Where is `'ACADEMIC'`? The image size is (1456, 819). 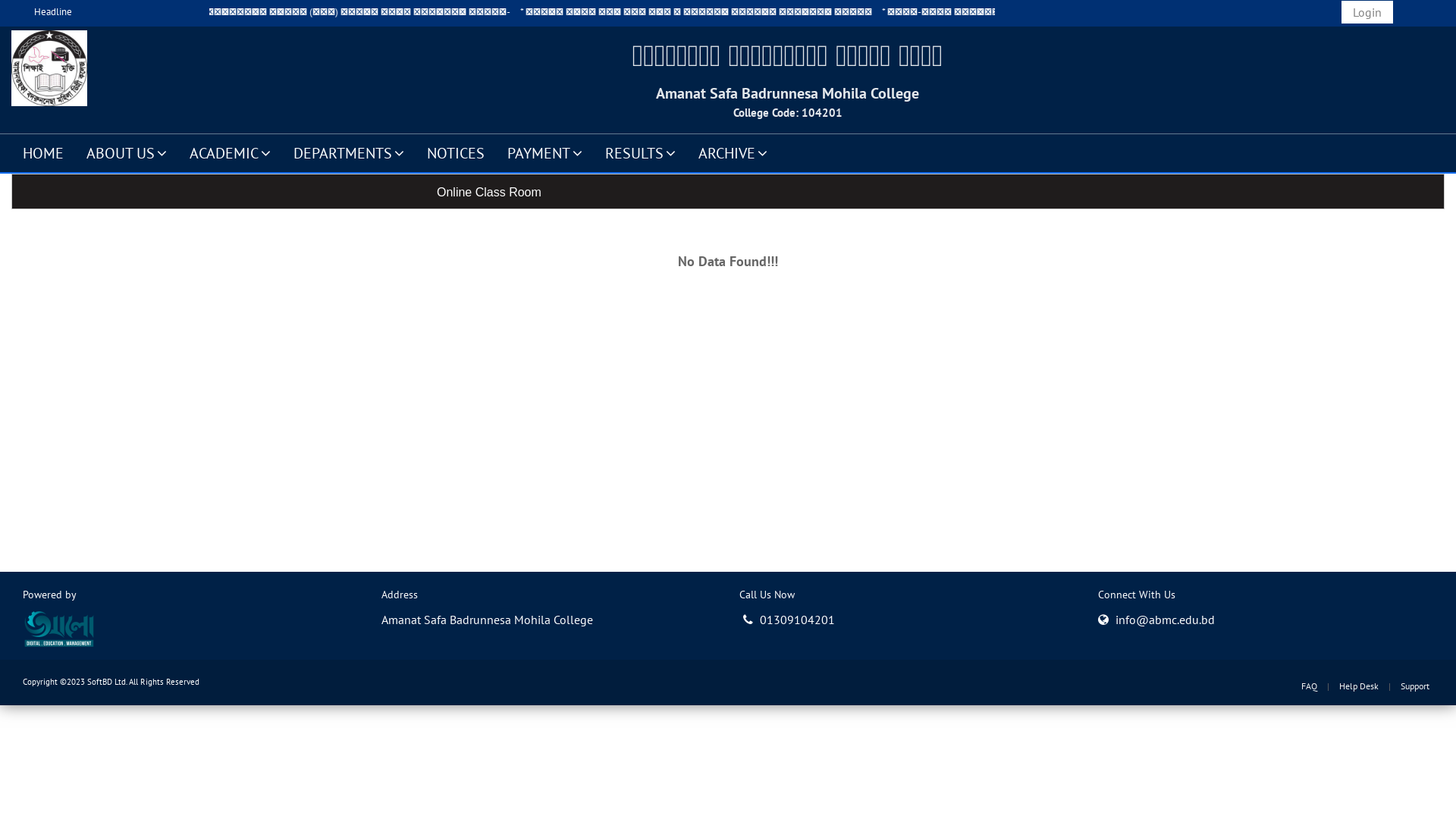
'ACADEMIC' is located at coordinates (229, 152).